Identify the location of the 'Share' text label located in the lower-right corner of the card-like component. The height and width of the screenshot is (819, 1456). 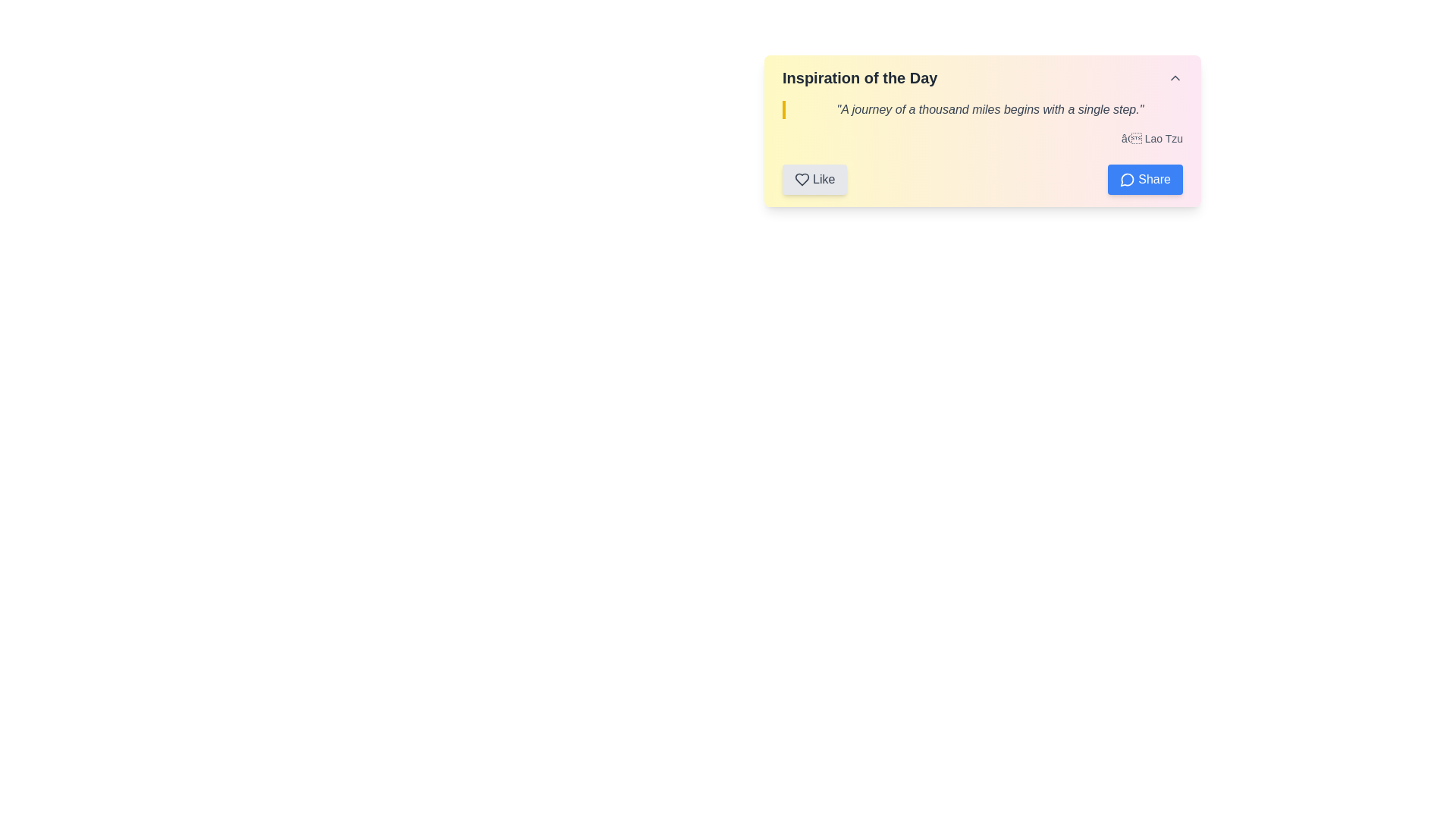
(1153, 178).